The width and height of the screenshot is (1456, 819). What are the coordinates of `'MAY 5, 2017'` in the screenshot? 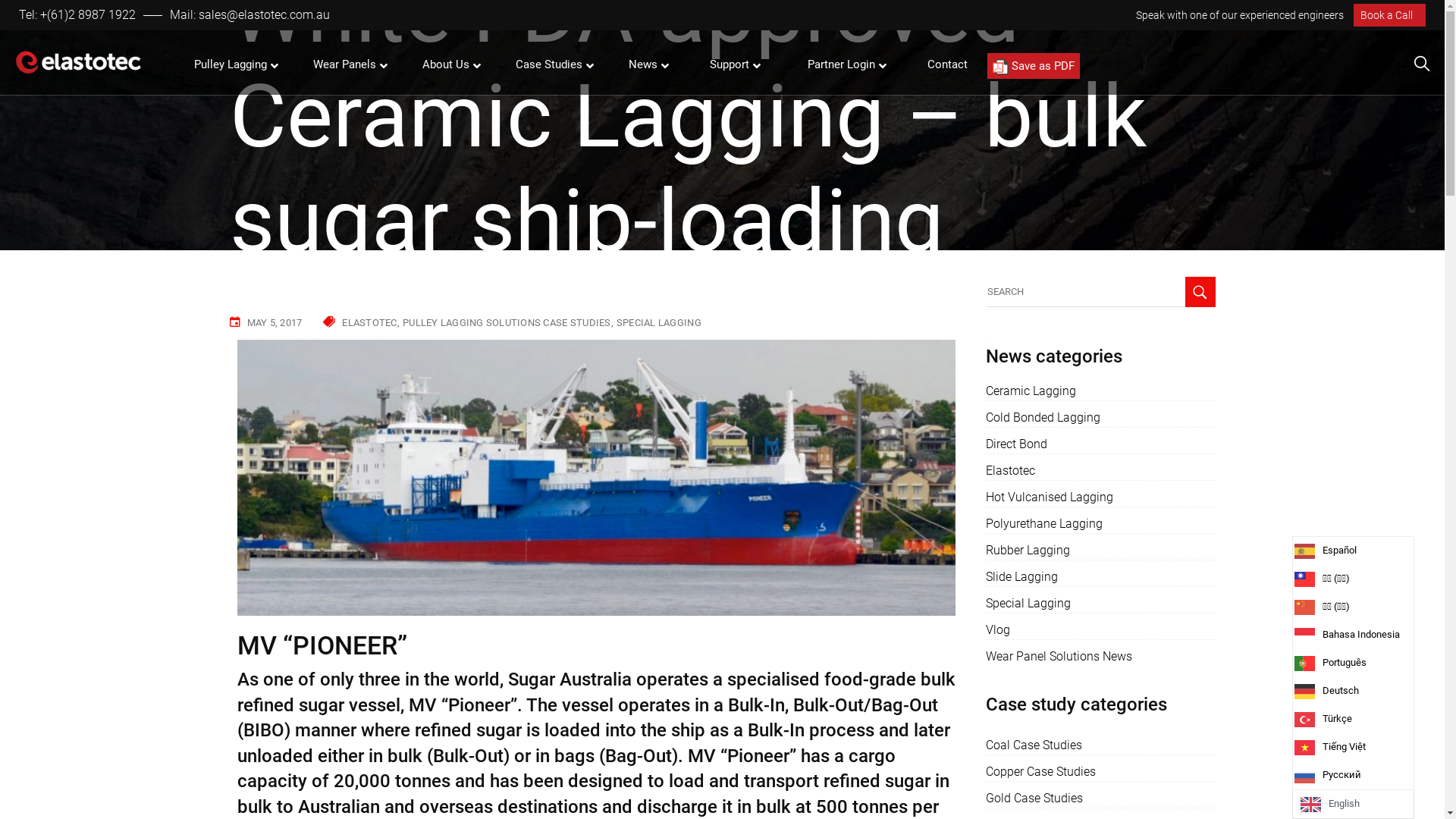 It's located at (275, 322).